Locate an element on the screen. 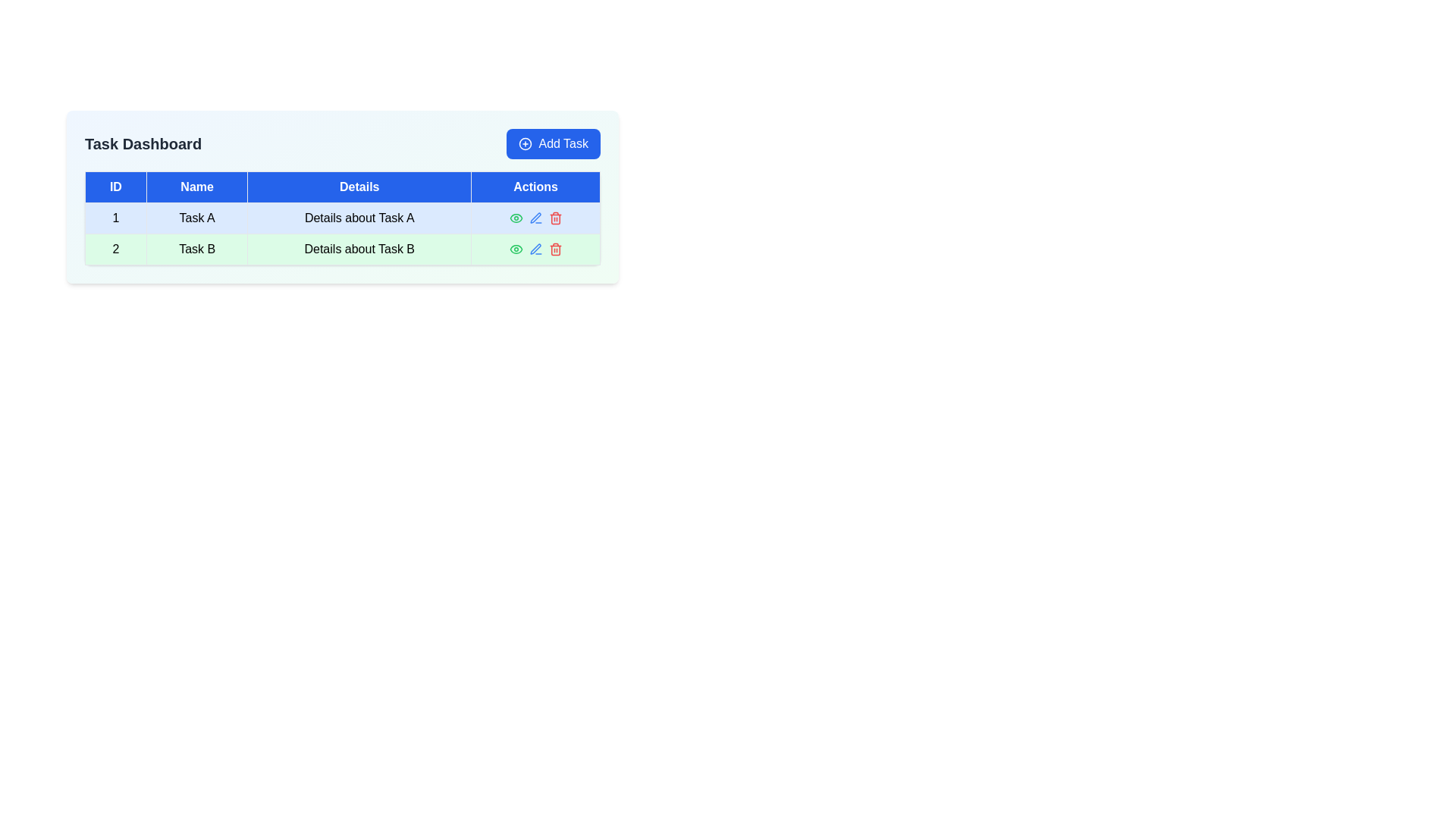  the text box located in the third column of the second row under the header labeled 'Details', which provides additional information related to 'Task B' is located at coordinates (359, 248).